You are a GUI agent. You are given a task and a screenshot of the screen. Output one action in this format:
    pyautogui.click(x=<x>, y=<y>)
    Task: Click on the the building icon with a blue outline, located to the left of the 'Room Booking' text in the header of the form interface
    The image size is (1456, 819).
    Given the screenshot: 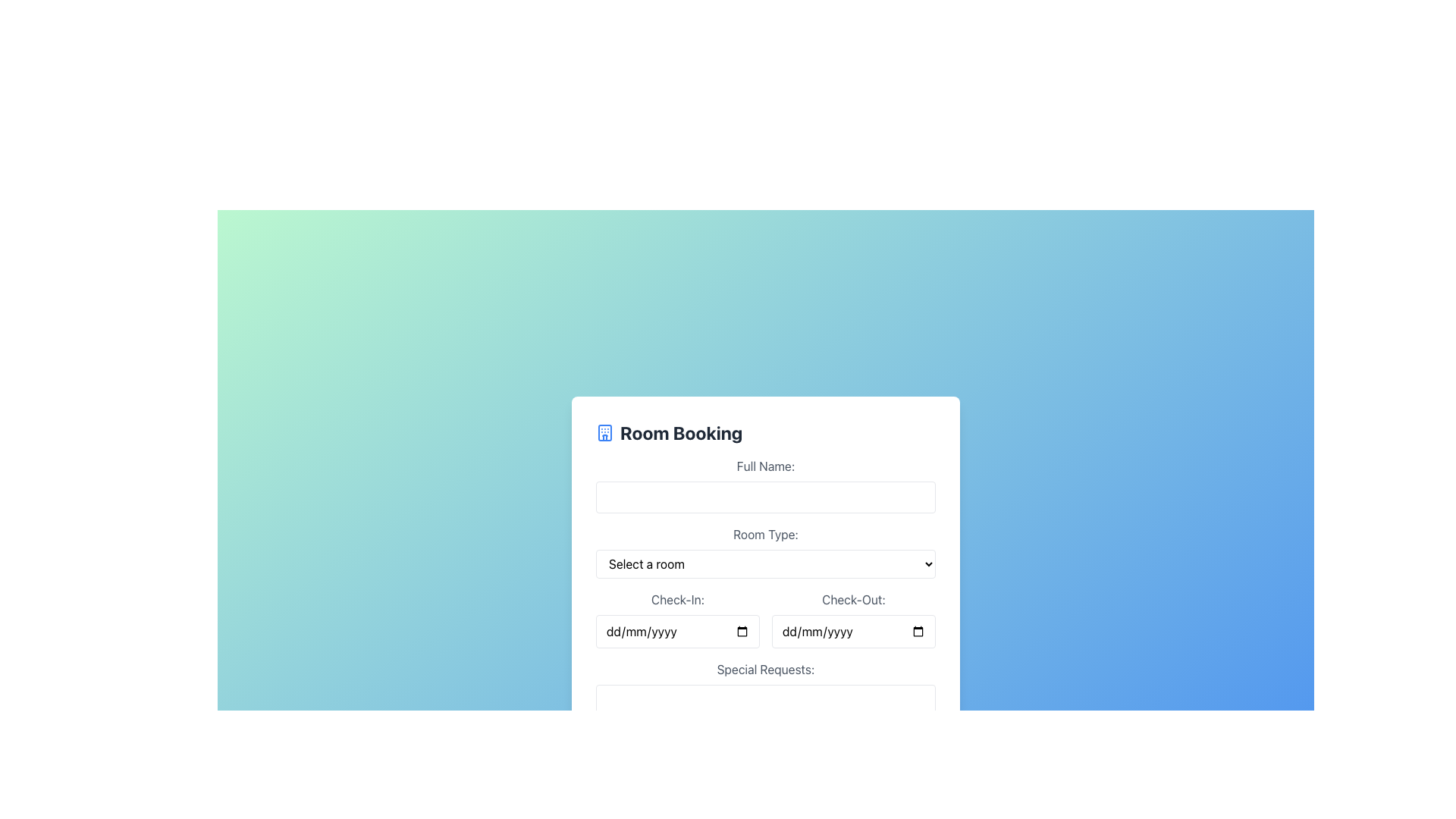 What is the action you would take?
    pyautogui.click(x=604, y=432)
    